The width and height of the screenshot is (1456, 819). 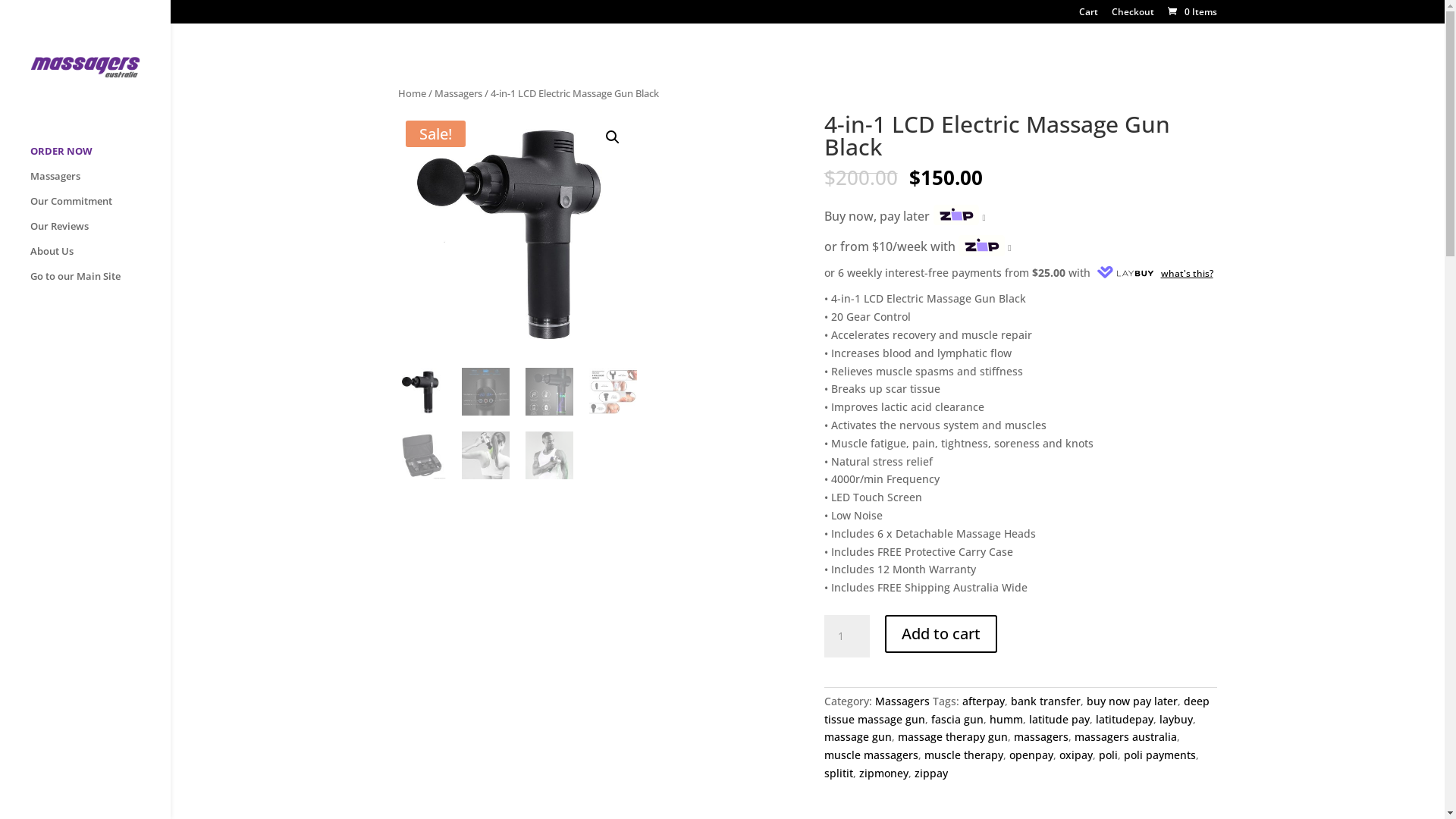 I want to click on 'fascia gun', so click(x=956, y=718).